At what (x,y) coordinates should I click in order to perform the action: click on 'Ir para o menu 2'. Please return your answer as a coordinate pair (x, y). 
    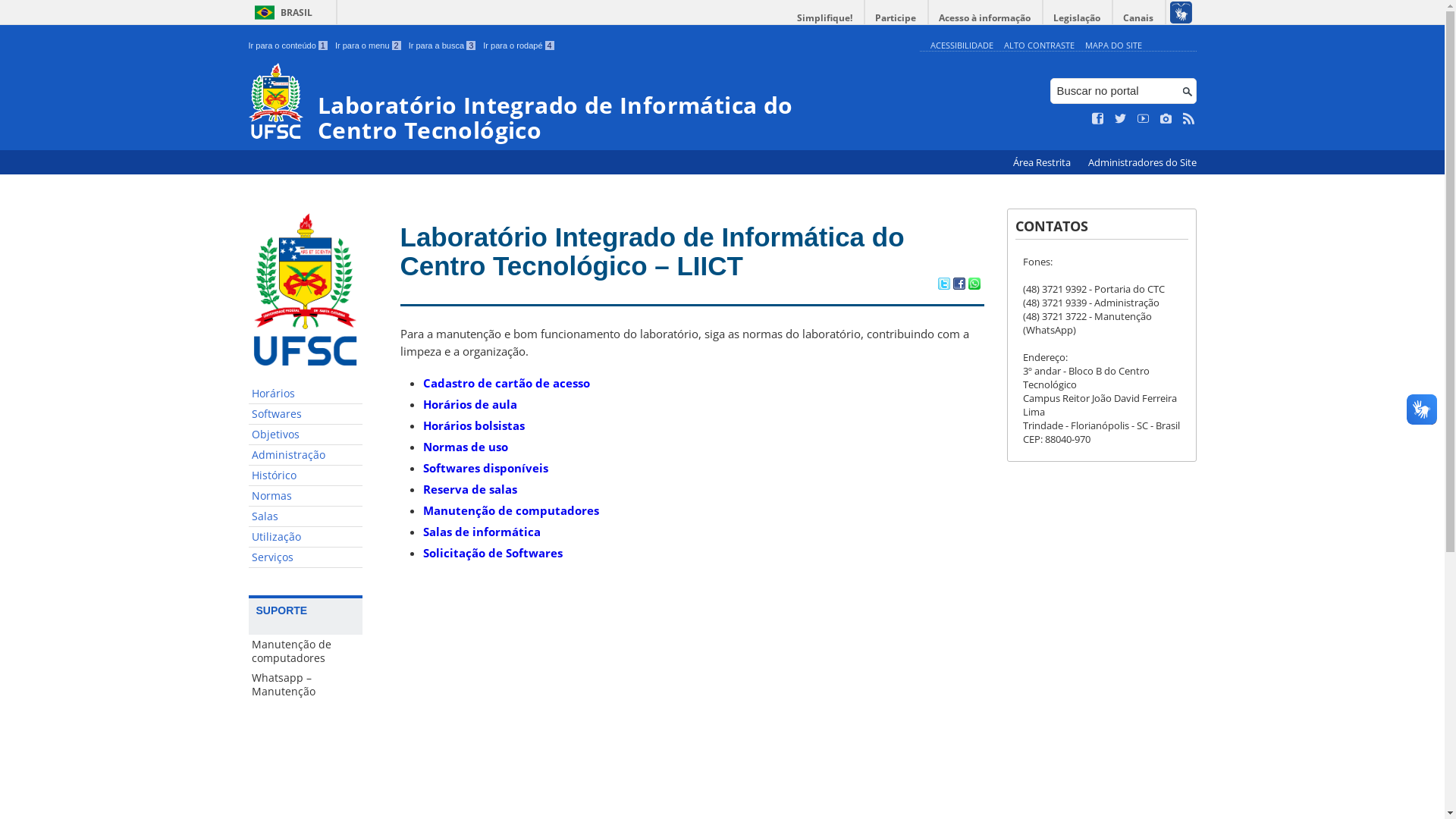
    Looking at the image, I should click on (368, 45).